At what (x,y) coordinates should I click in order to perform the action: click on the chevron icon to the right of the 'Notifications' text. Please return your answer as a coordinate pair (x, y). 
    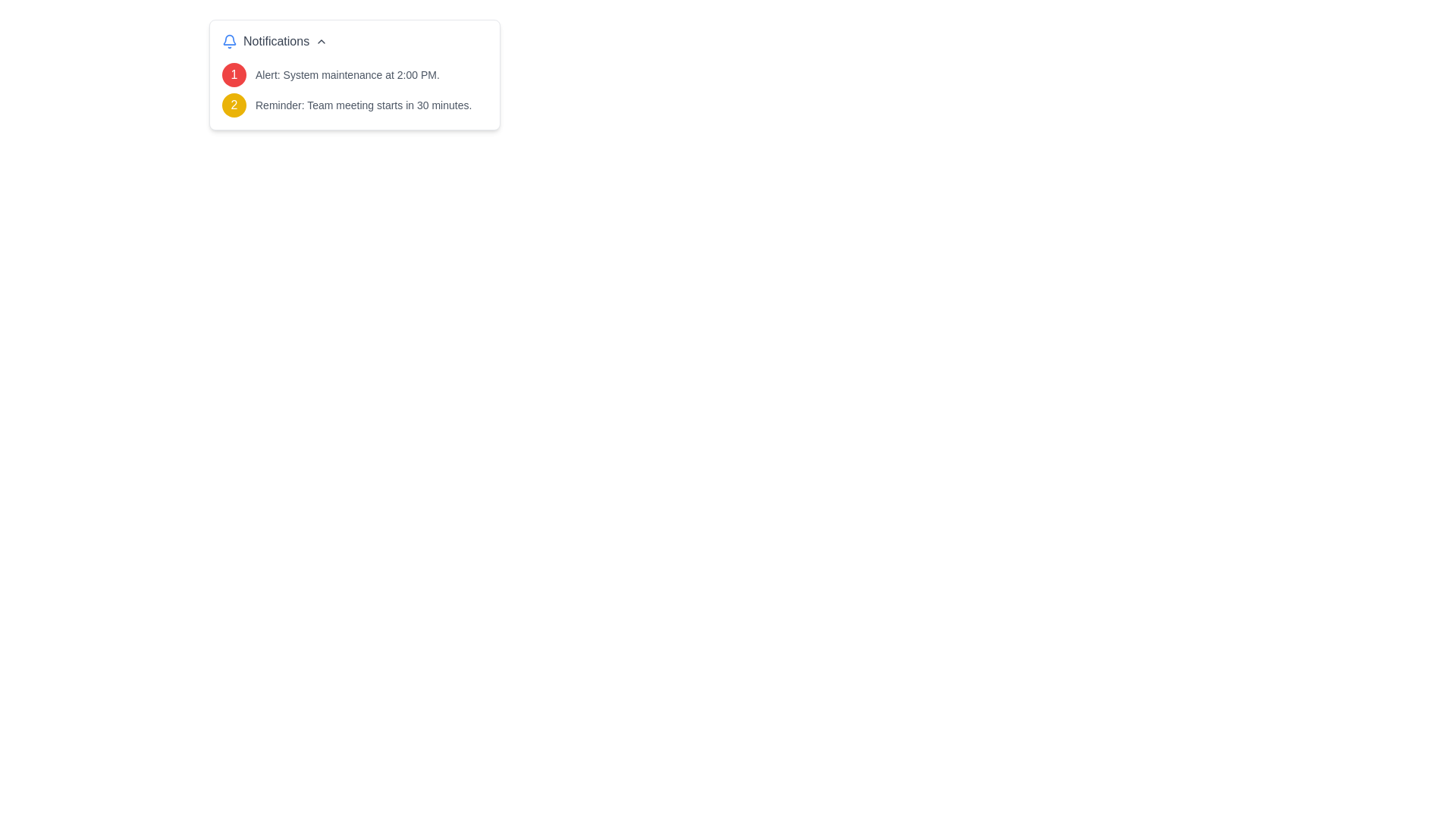
    Looking at the image, I should click on (321, 40).